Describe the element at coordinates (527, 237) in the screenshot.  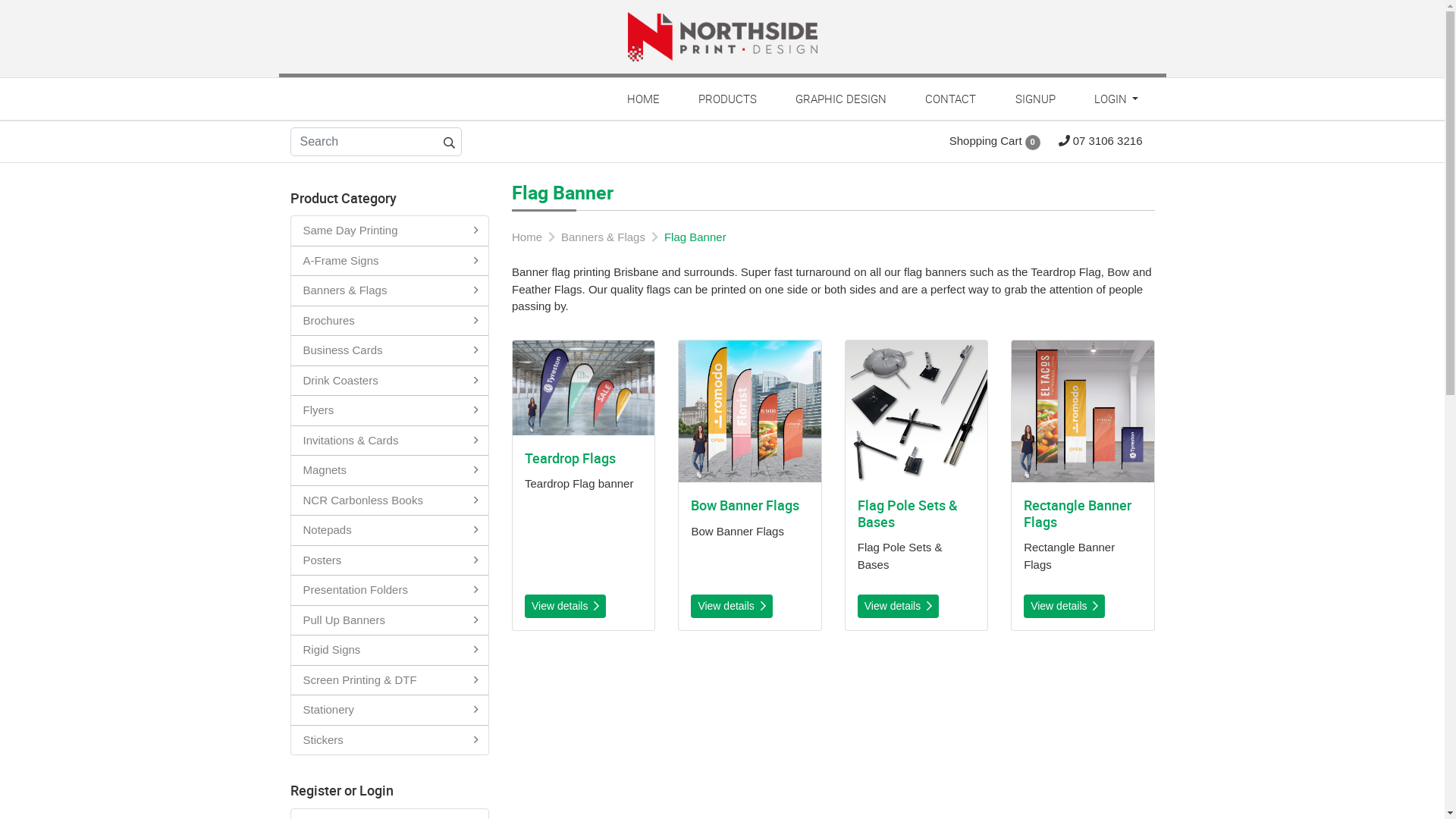
I see `'Home'` at that location.